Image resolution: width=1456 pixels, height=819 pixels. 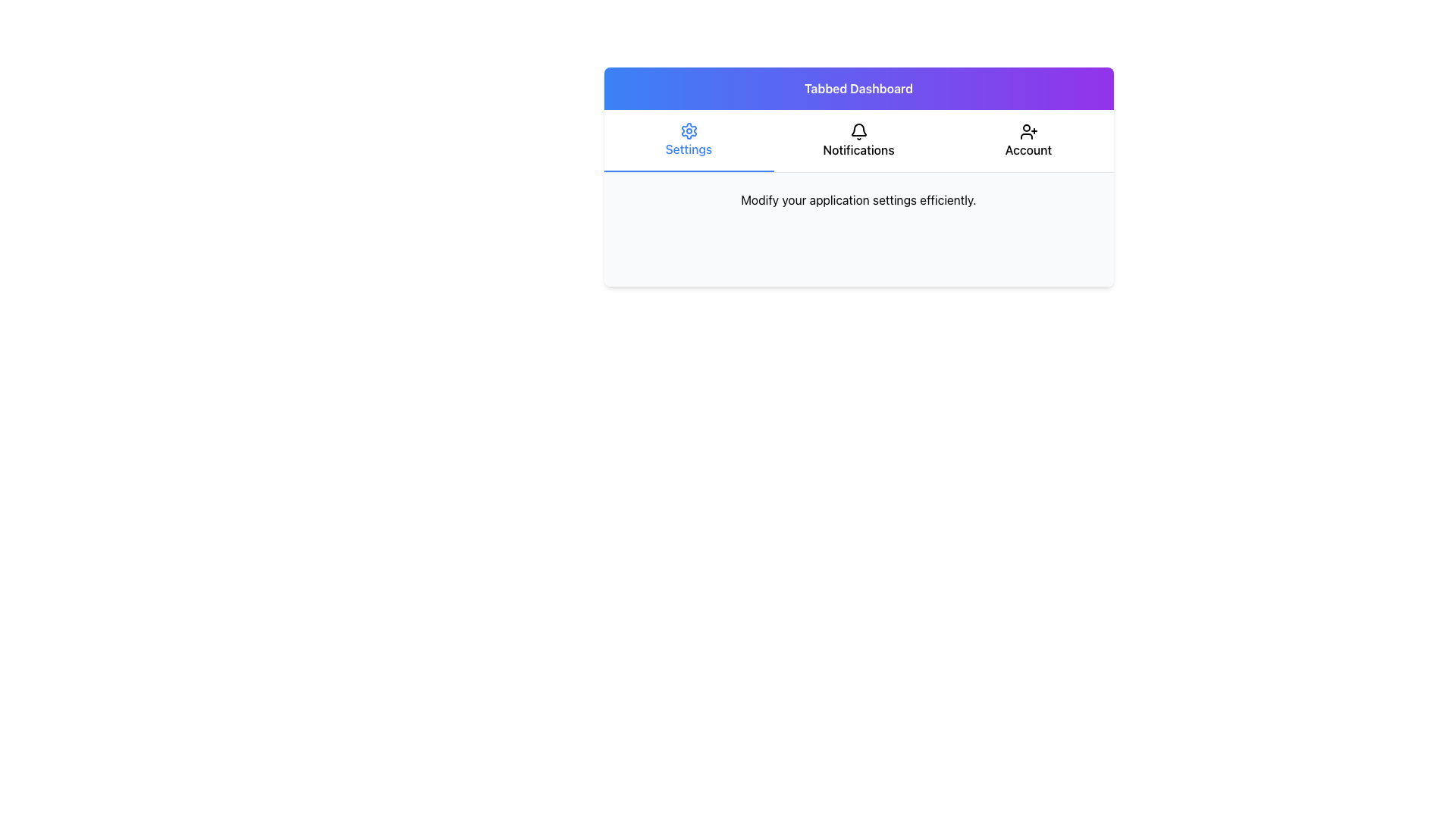 What do you see at coordinates (1028, 149) in the screenshot?
I see `the text label at the far-right end of the navigation bar, which identifies the 'Account' section` at bounding box center [1028, 149].